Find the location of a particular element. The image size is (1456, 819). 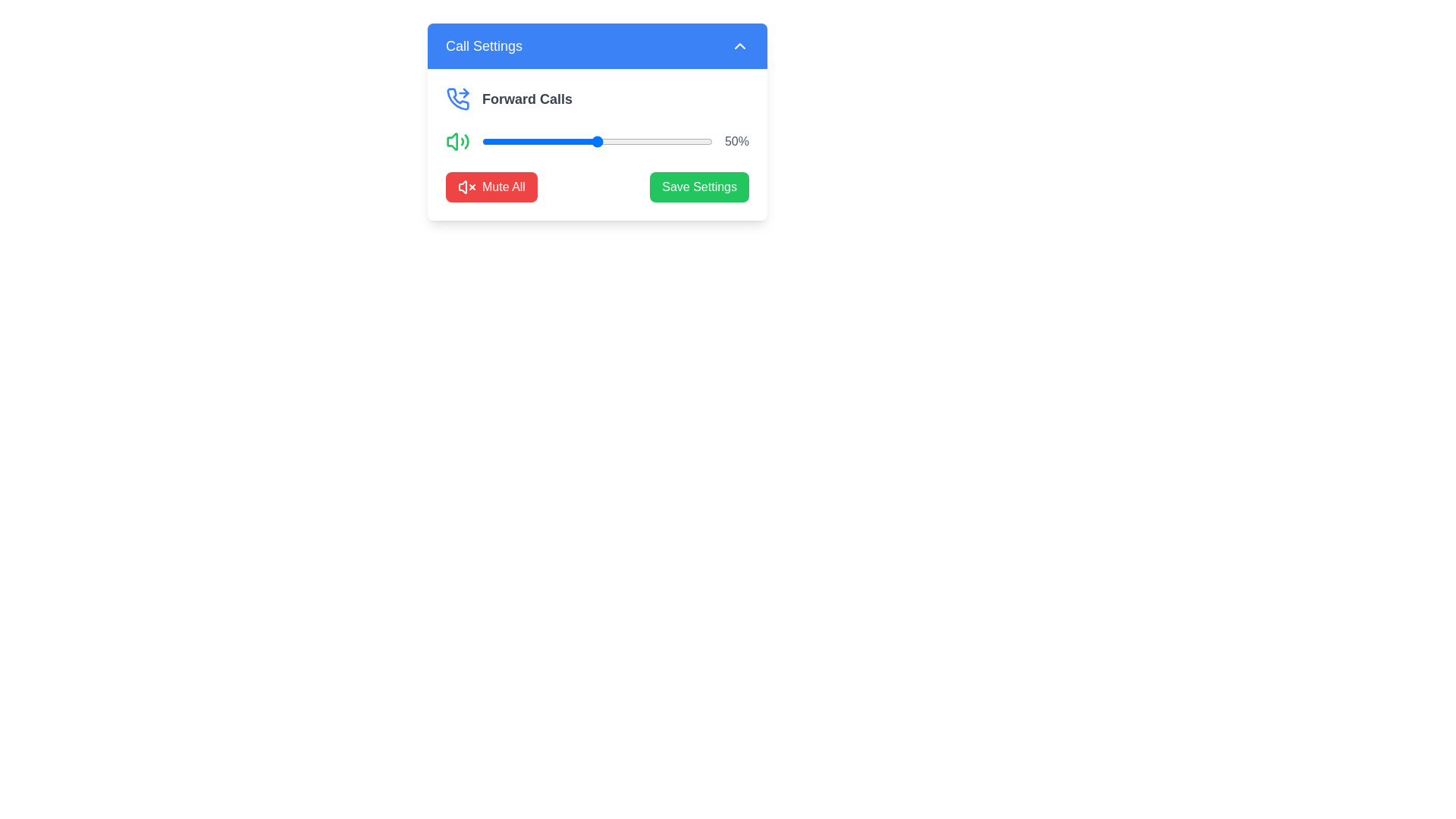

the 'Save Settings' button is located at coordinates (698, 186).